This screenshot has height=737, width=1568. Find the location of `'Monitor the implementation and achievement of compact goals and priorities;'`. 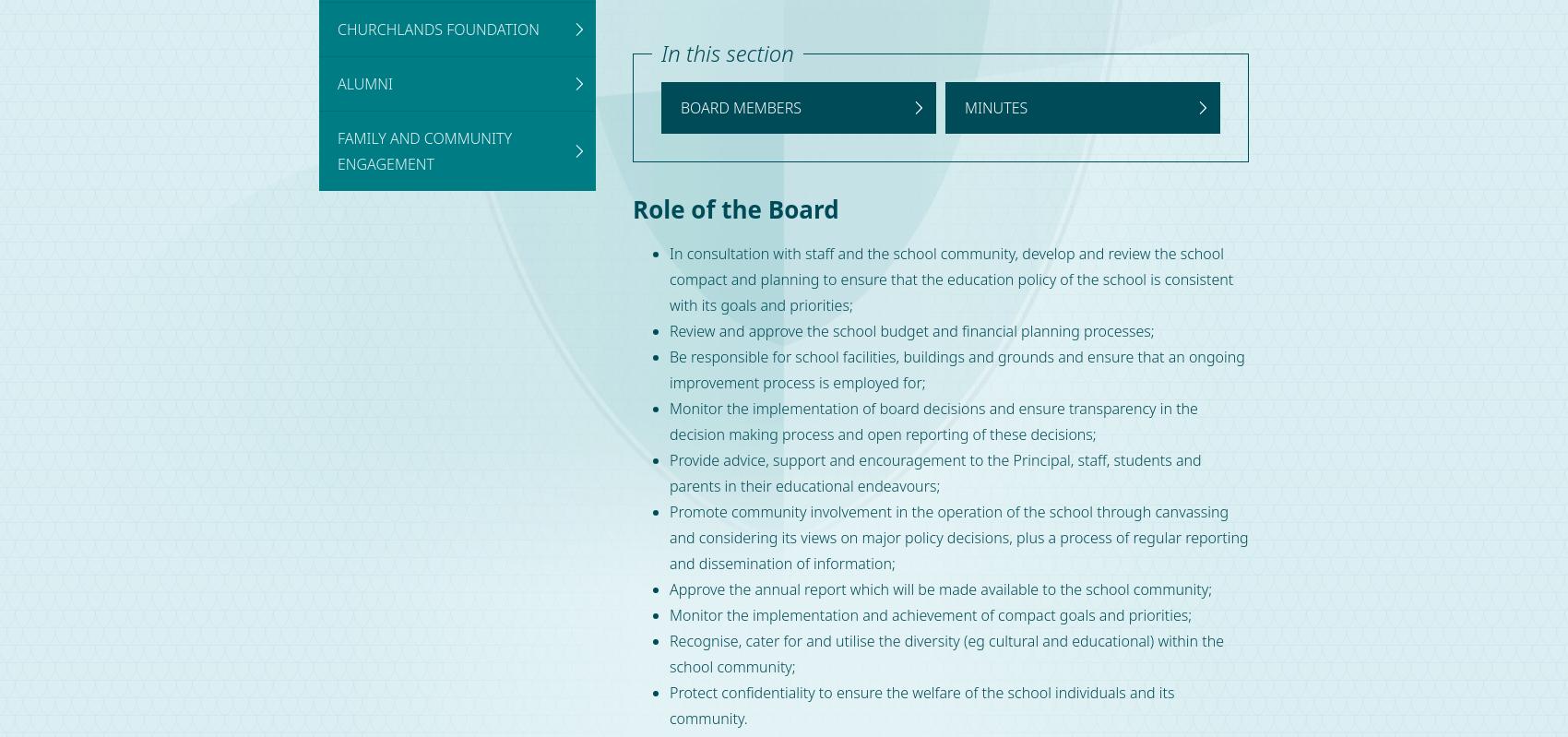

'Monitor the implementation and achievement of compact goals and priorities;' is located at coordinates (929, 614).